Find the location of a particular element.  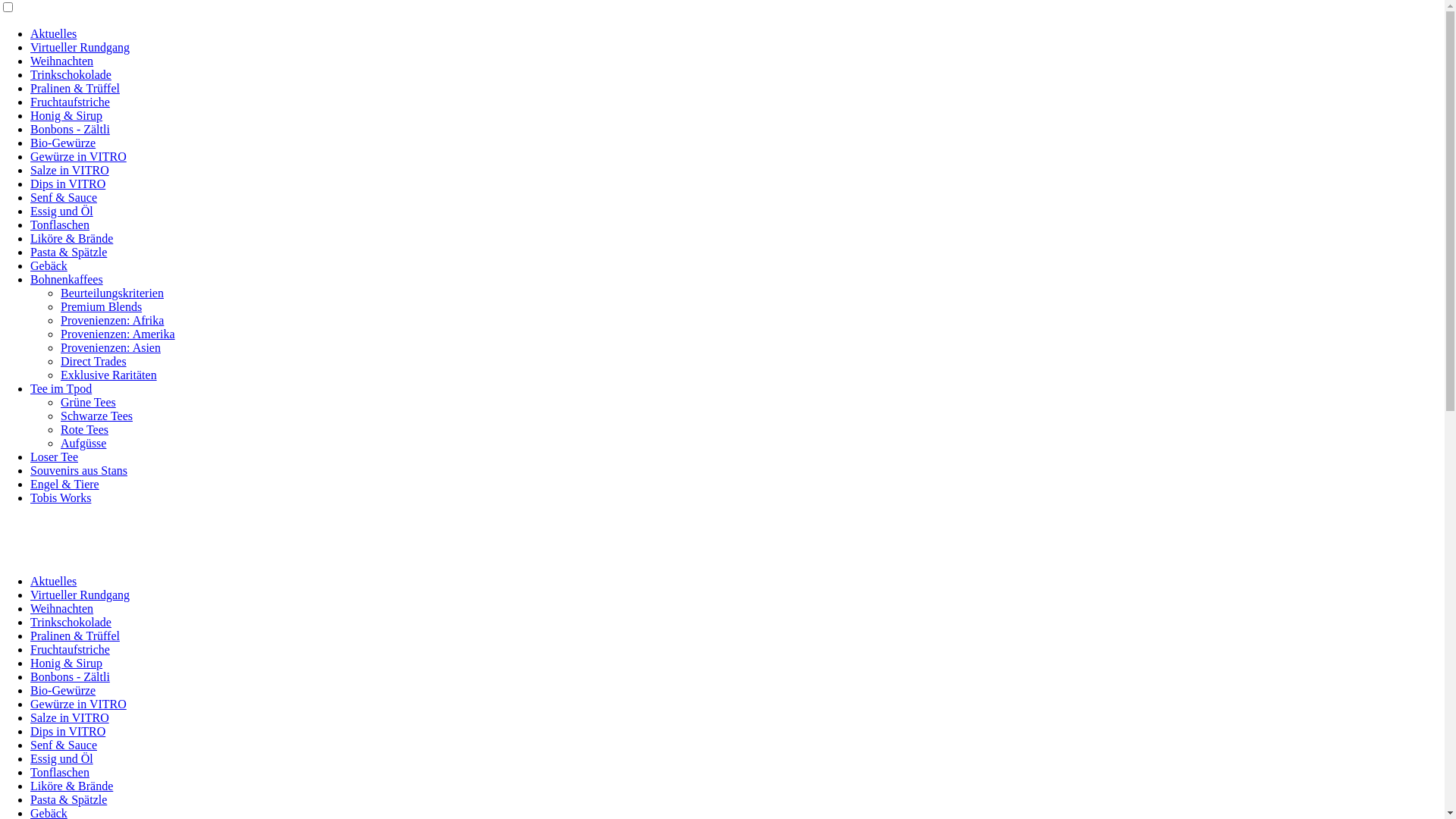

'Provenienzen: Asien' is located at coordinates (109, 347).